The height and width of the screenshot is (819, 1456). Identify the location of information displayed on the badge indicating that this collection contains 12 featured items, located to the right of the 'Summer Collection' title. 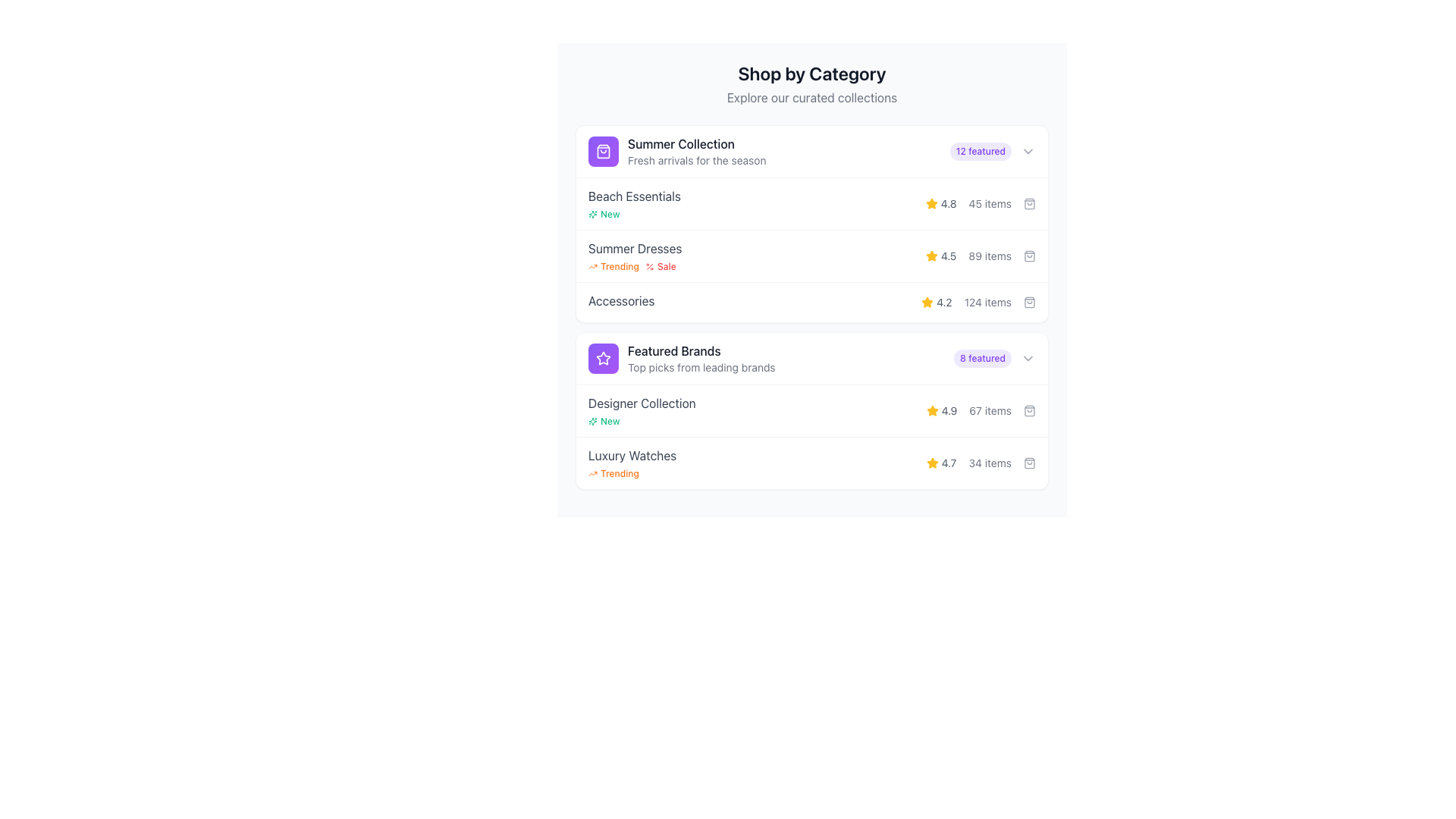
(981, 152).